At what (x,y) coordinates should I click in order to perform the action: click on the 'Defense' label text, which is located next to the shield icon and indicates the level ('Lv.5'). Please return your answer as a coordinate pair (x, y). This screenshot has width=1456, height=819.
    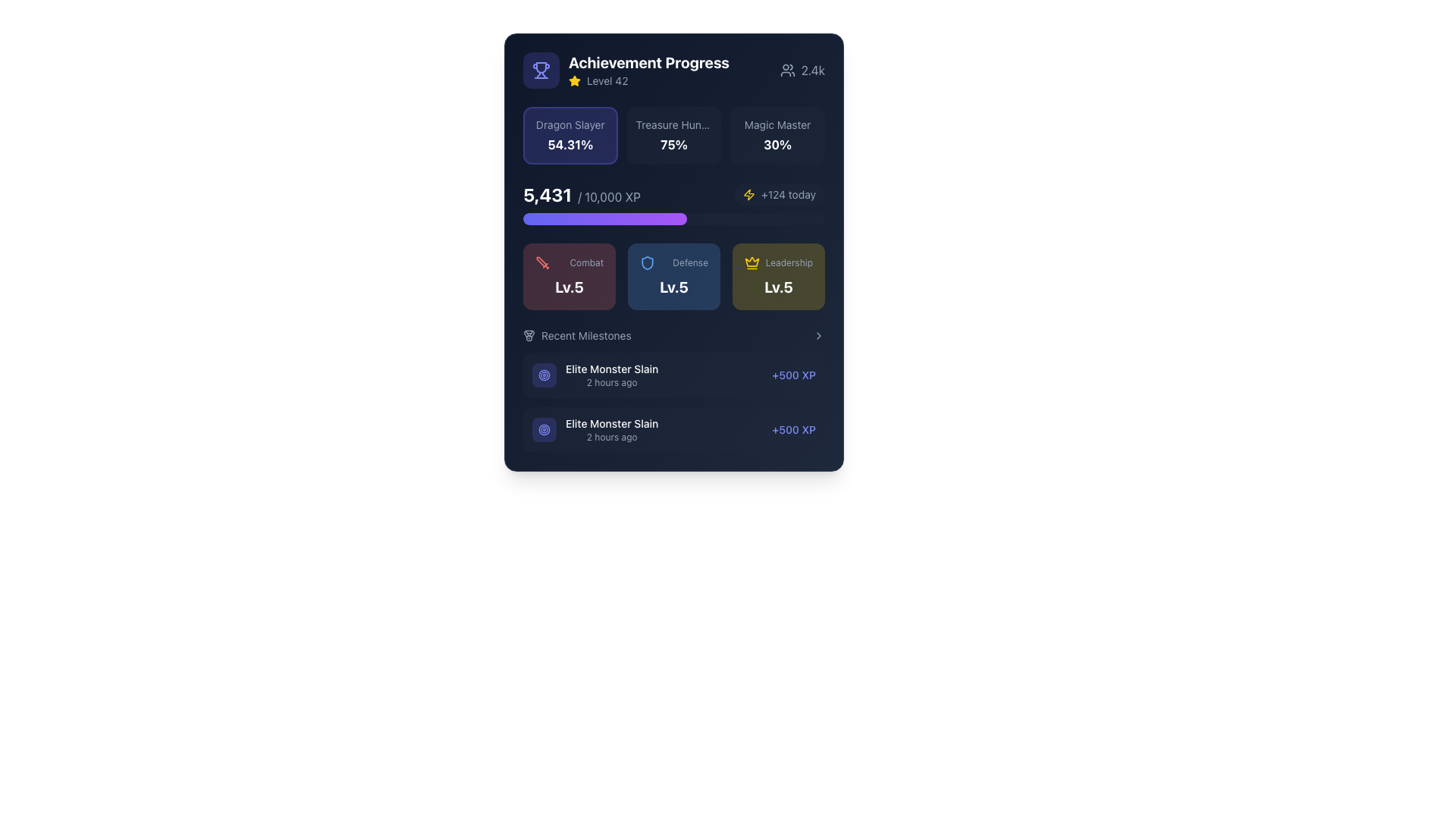
    Looking at the image, I should click on (673, 262).